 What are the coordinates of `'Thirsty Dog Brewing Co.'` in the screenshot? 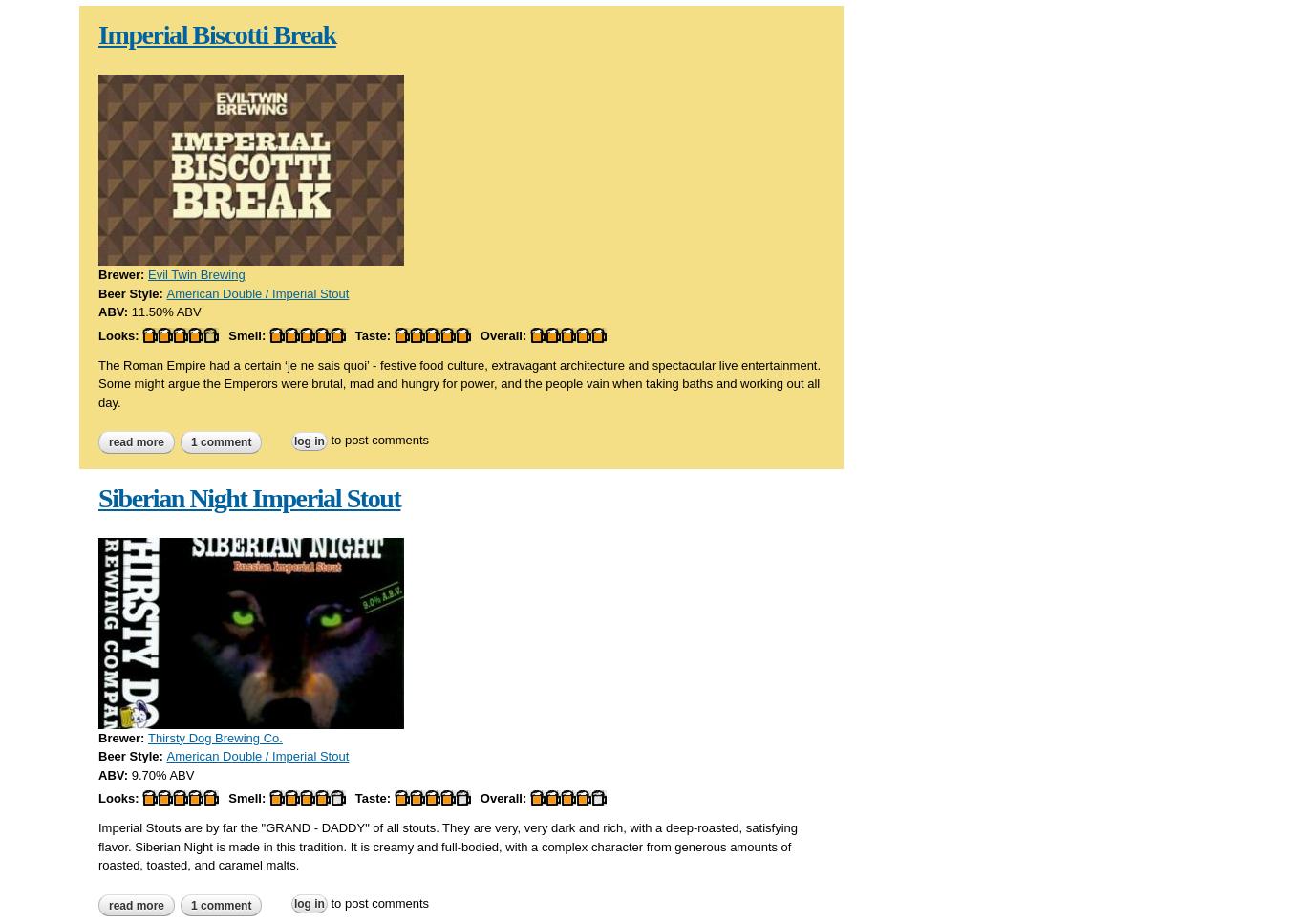 It's located at (213, 737).